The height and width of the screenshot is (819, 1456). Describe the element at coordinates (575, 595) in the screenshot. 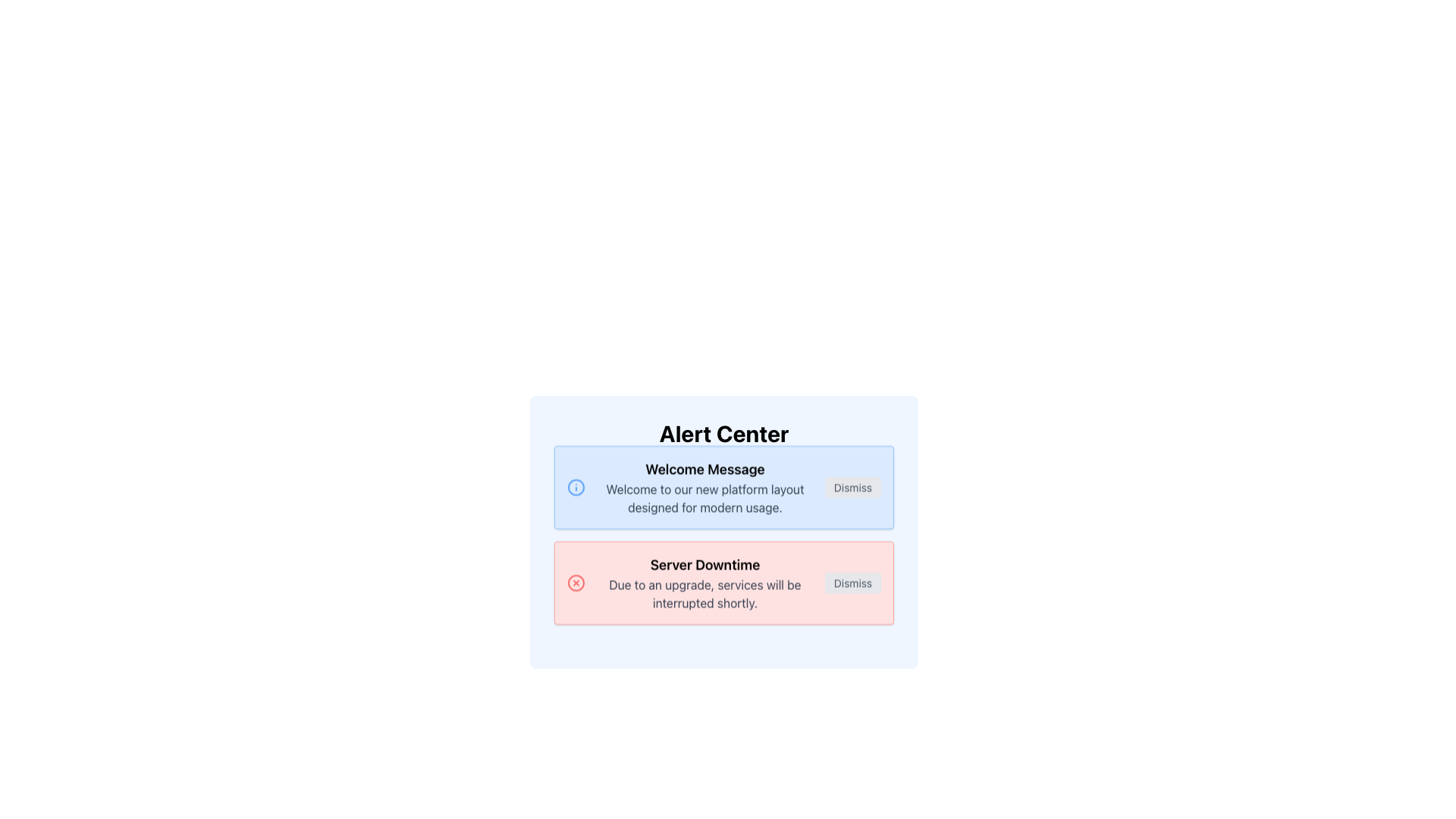

I see `the alert icon representing server downtime, which is located within the notification alert box and positioned to the left of the text content` at that location.